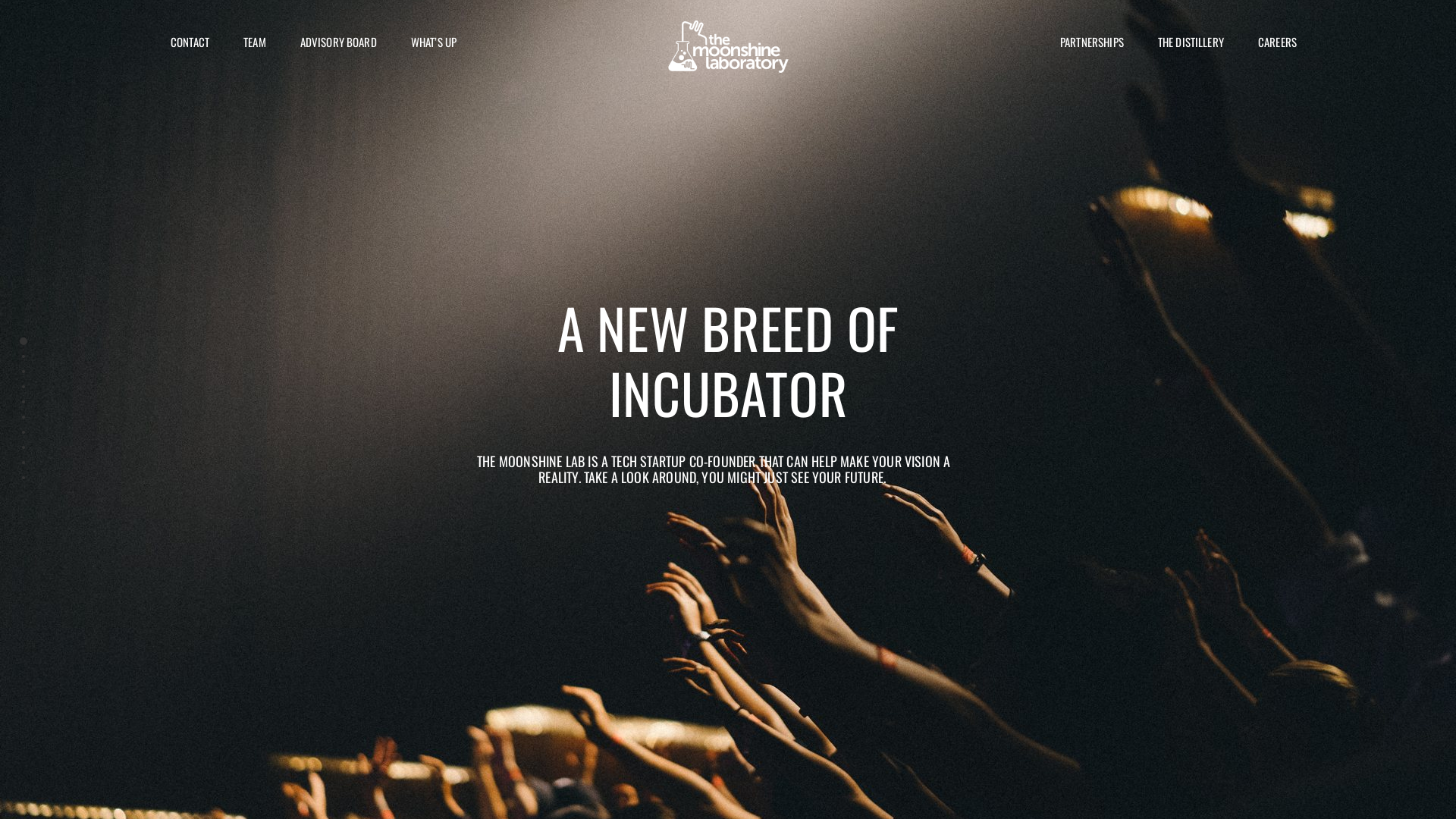  Describe the element at coordinates (1047, 45) in the screenshot. I see `'PARTNERSHIPS'` at that location.